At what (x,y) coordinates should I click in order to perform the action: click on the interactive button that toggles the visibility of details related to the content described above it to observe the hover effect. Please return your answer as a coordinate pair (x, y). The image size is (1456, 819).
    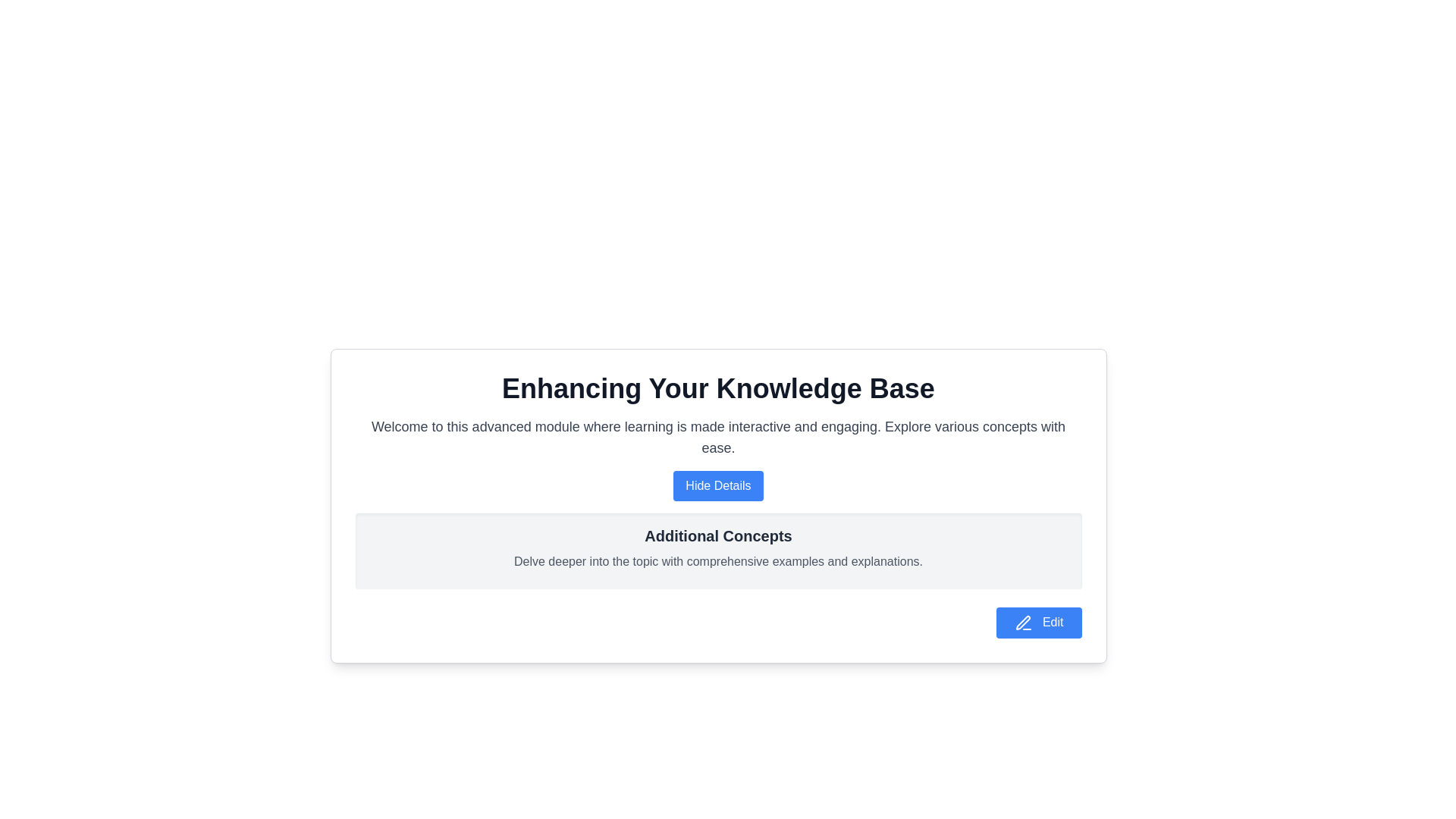
    Looking at the image, I should click on (717, 485).